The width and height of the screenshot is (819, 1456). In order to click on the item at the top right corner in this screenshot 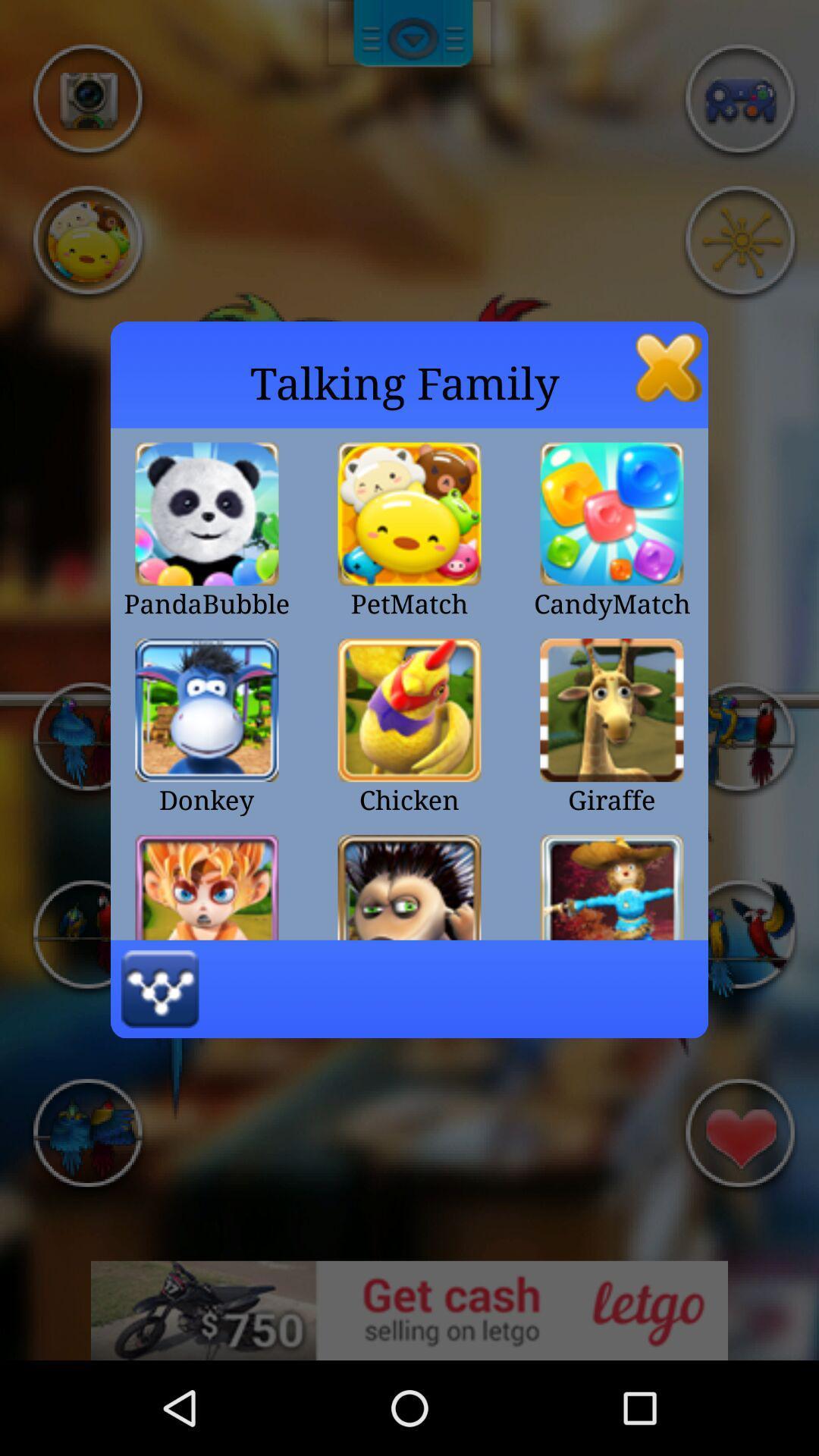, I will do `click(668, 367)`.